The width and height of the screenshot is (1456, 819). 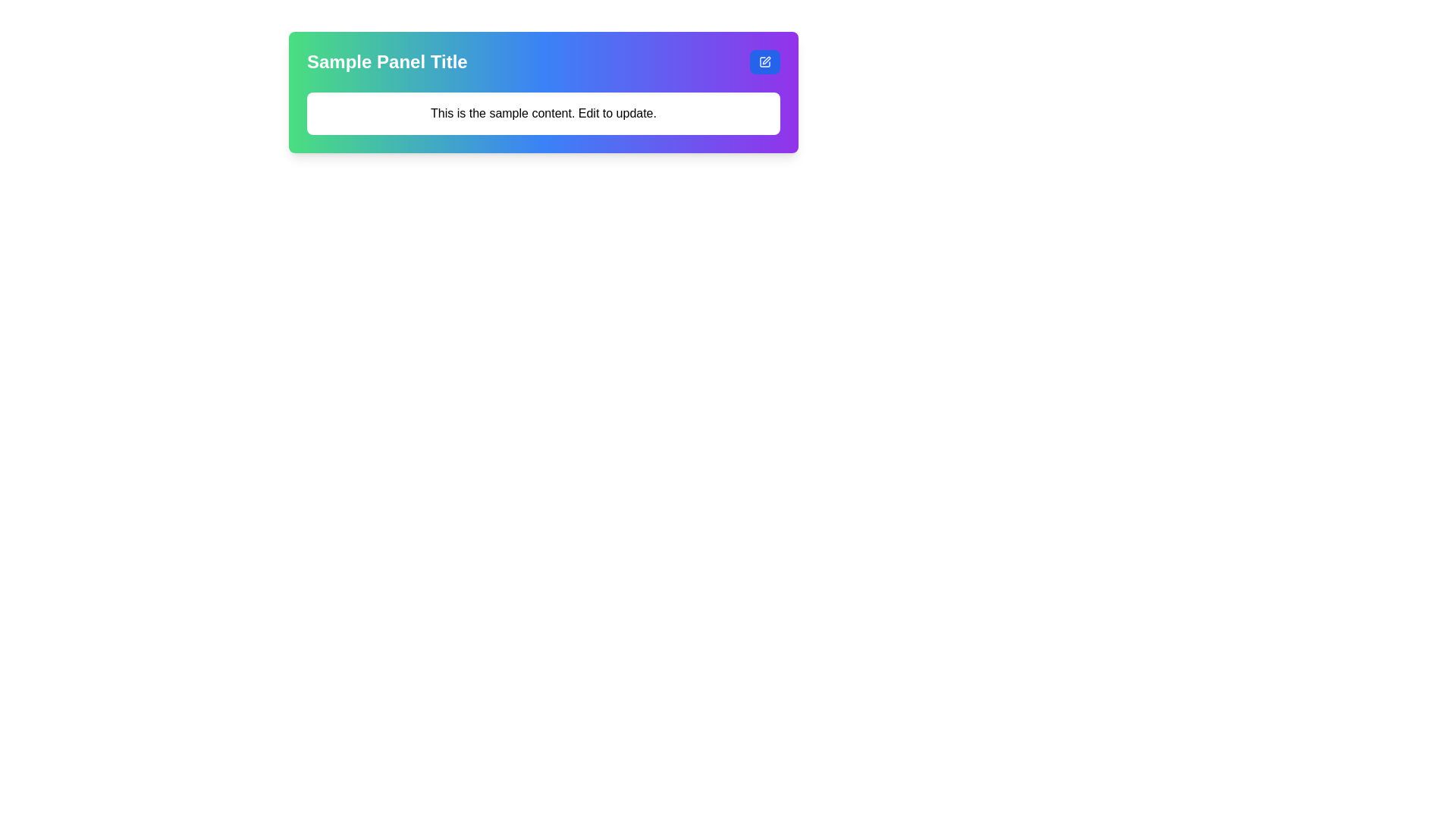 What do you see at coordinates (764, 61) in the screenshot?
I see `the pen icon within the blue button located in the top-right section of the panel` at bounding box center [764, 61].